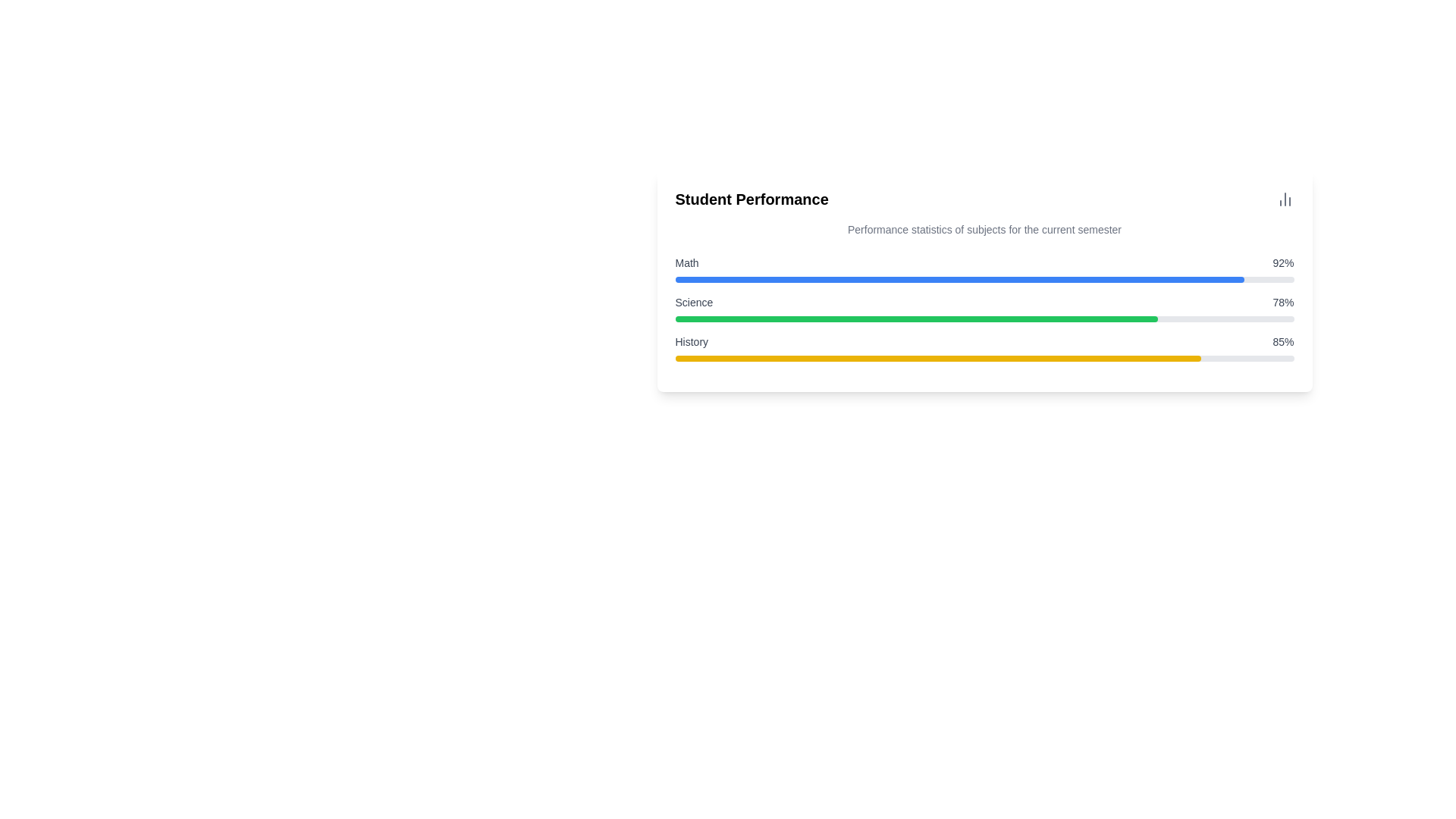 This screenshot has height=819, width=1456. What do you see at coordinates (984, 308) in the screenshot?
I see `the performance metric component for 'Science', which includes a text and a progress bar` at bounding box center [984, 308].